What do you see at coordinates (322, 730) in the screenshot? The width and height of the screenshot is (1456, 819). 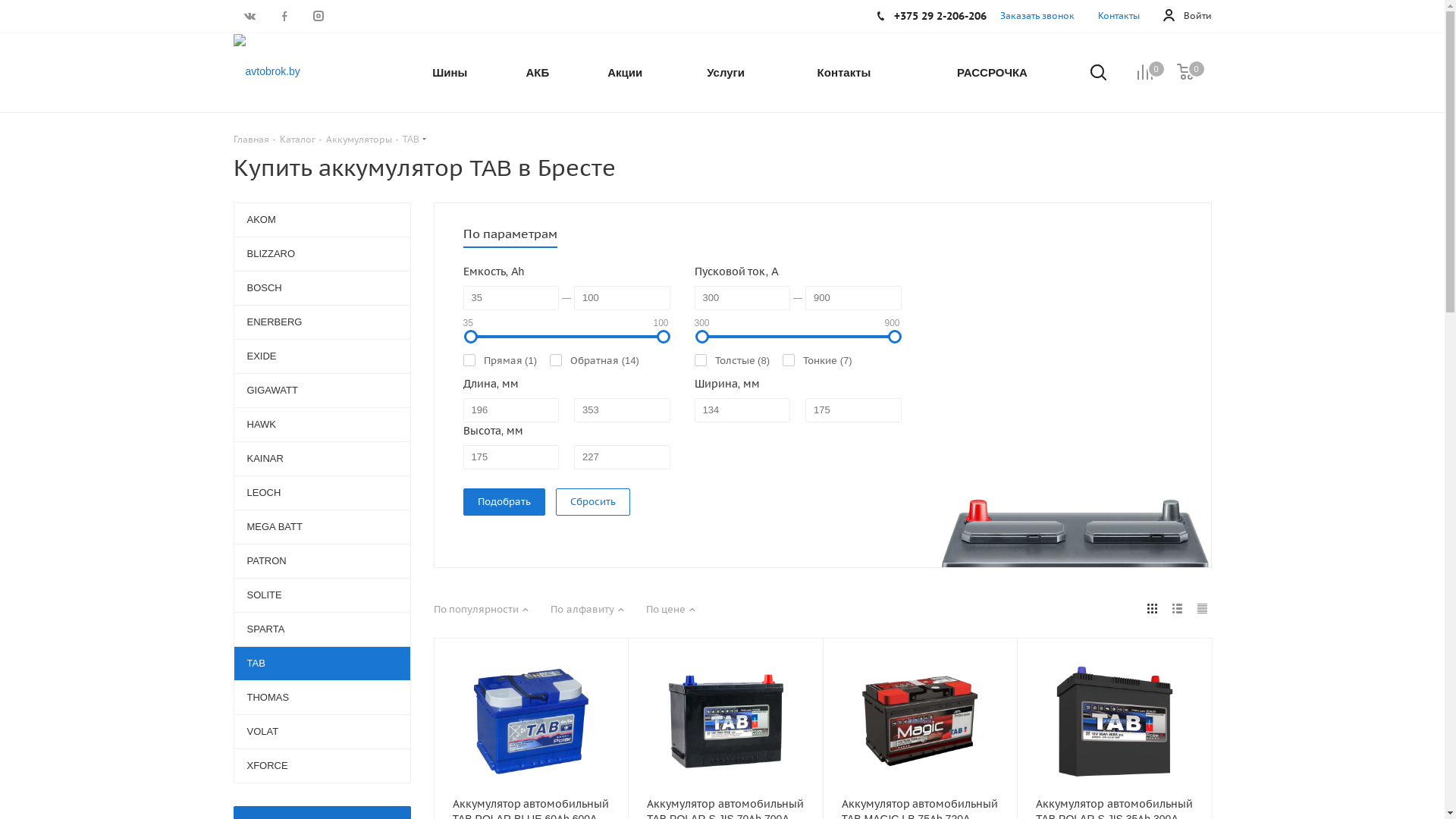 I see `'VOLAT'` at bounding box center [322, 730].